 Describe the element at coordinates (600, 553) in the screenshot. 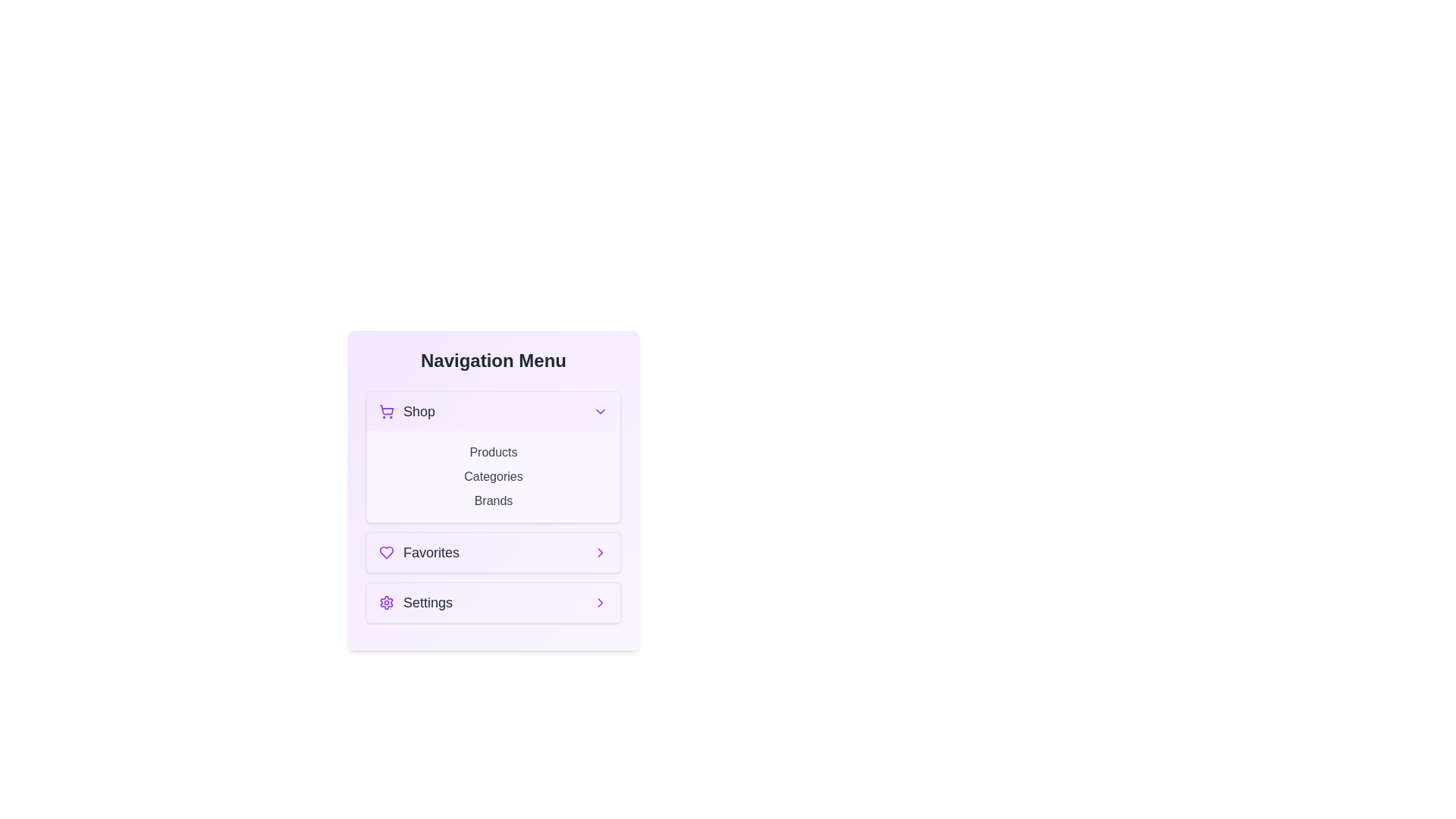

I see `the right-pointing chevron arrow icon, styled with purple coloring, located on the extreme right side of the 'Settings' option row in the navigation menu` at that location.